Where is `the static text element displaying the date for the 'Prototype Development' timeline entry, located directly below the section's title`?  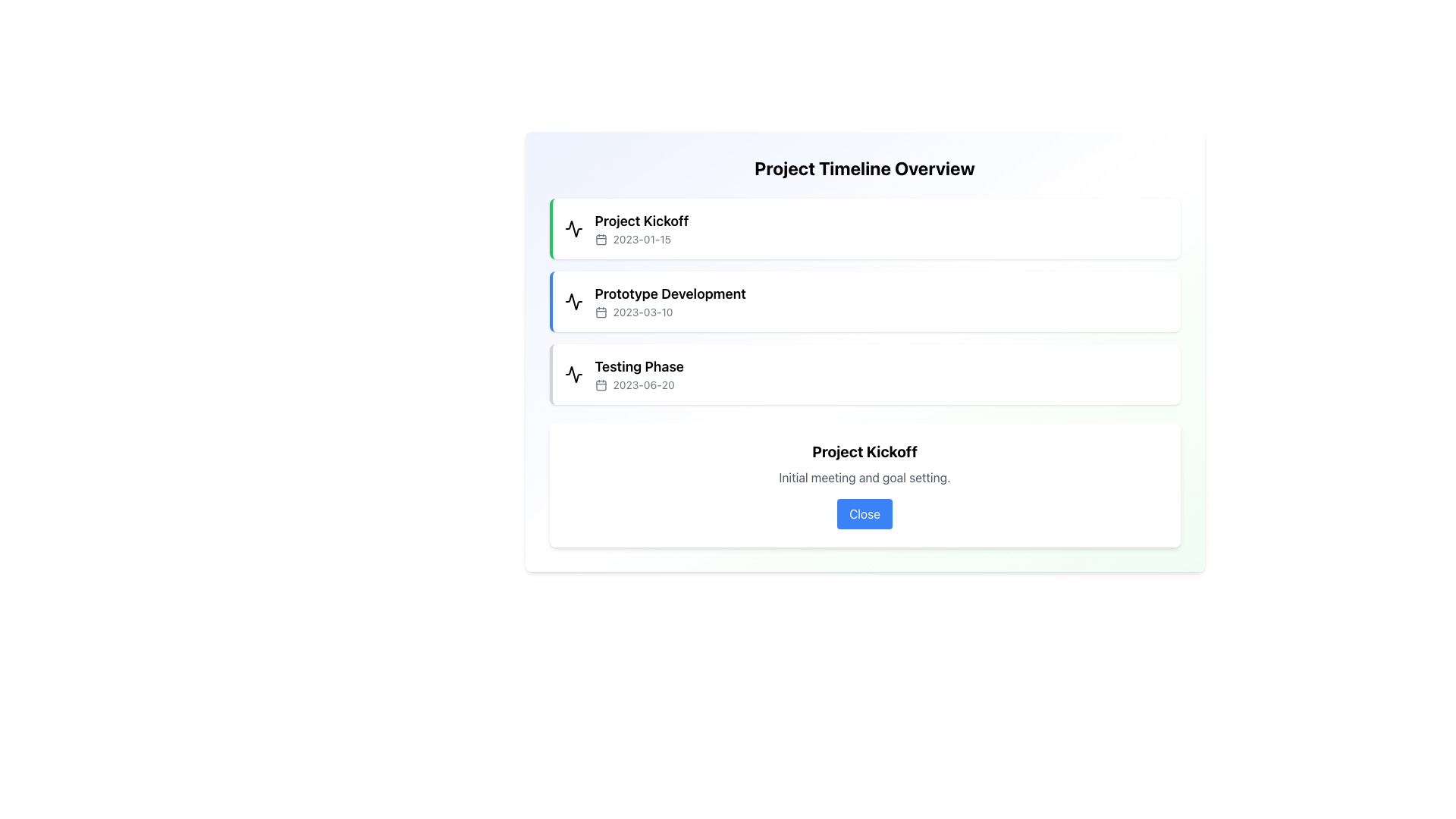 the static text element displaying the date for the 'Prototype Development' timeline entry, located directly below the section's title is located at coordinates (670, 312).